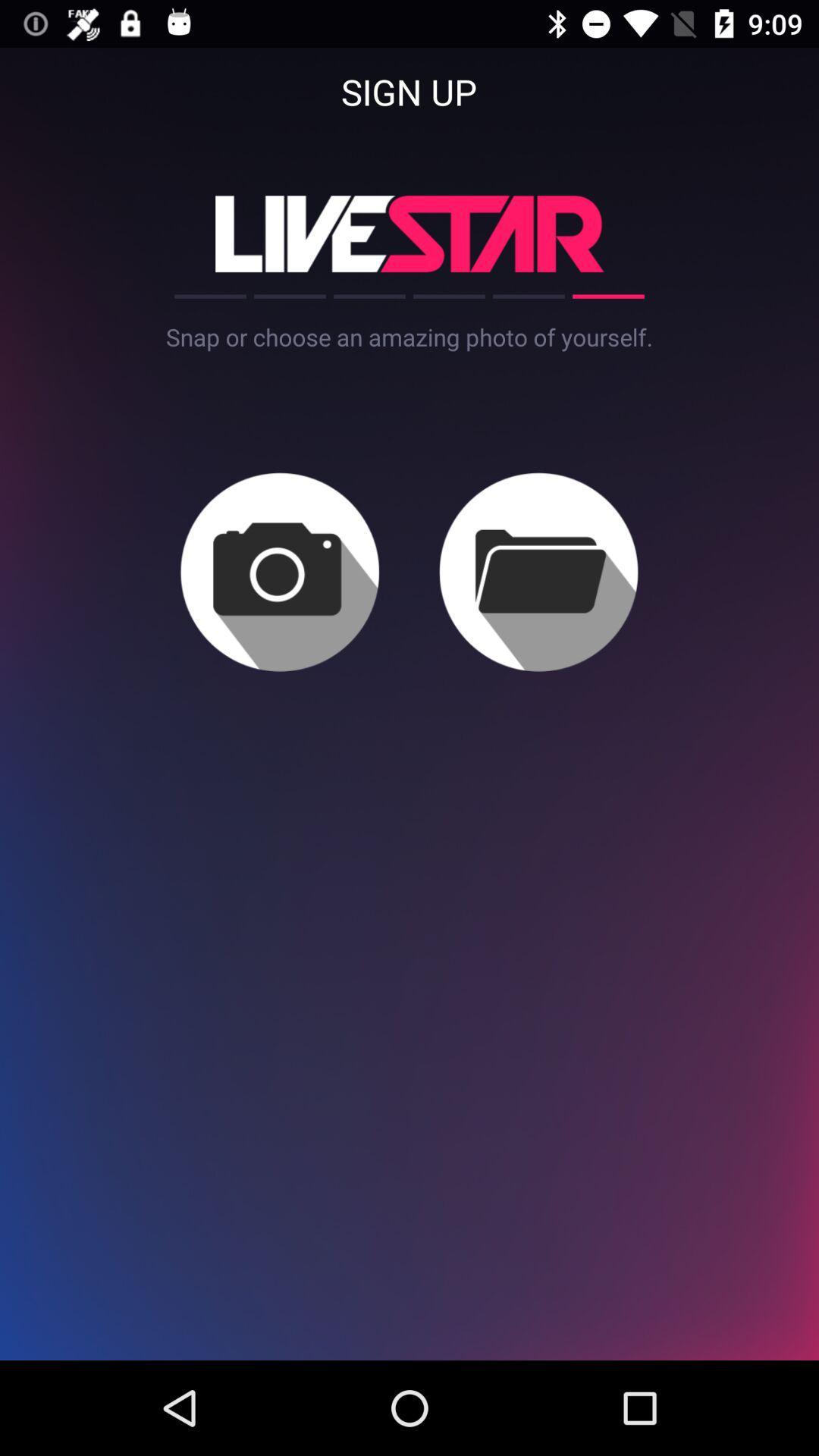 Image resolution: width=819 pixels, height=1456 pixels. I want to click on photo option, so click(280, 571).